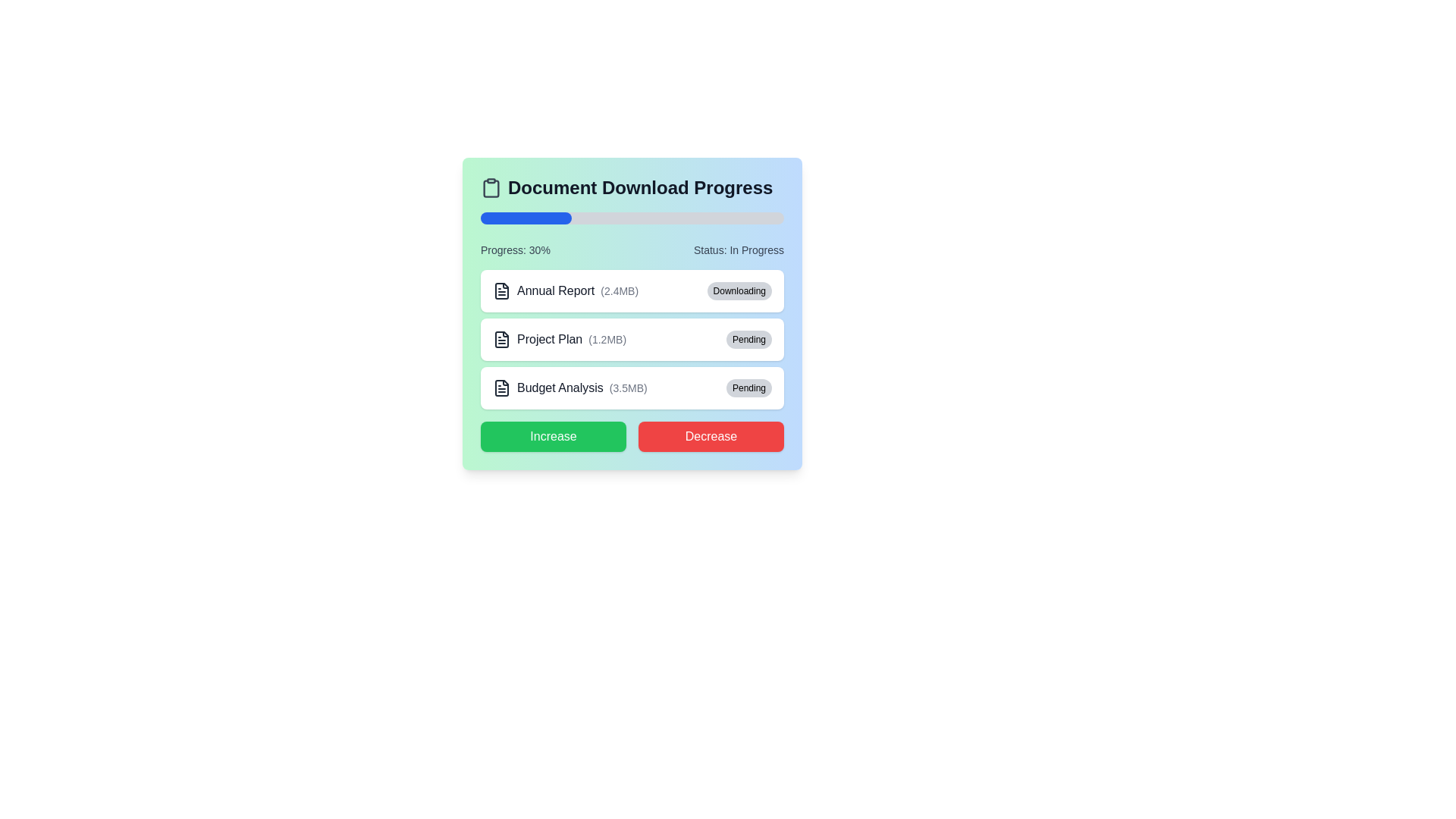  Describe the element at coordinates (620, 291) in the screenshot. I see `the file size label '(2.4MB)' which is located to the right of 'Annual Report' in the first row of document entries` at that location.